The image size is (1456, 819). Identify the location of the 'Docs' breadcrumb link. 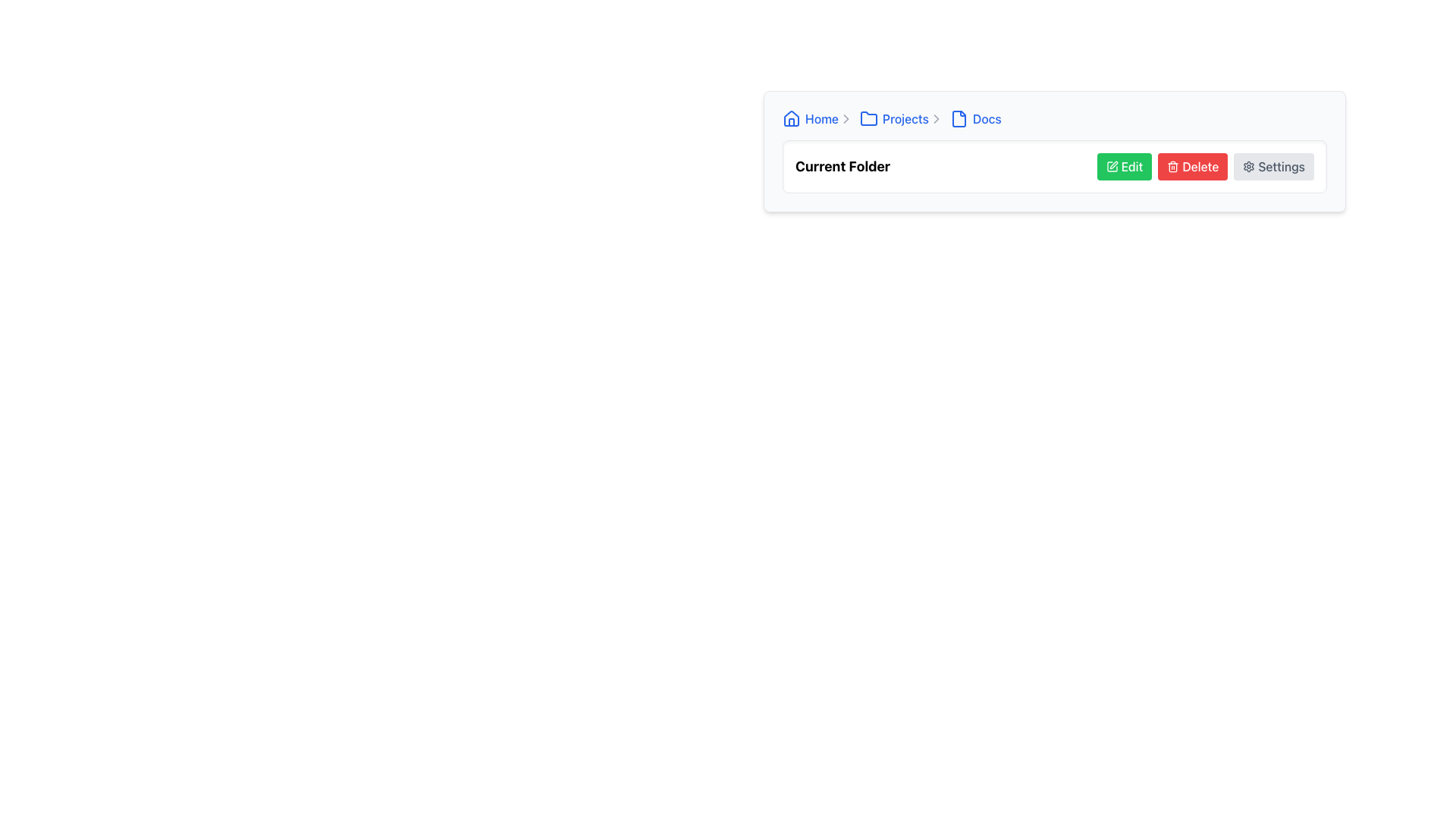
(975, 118).